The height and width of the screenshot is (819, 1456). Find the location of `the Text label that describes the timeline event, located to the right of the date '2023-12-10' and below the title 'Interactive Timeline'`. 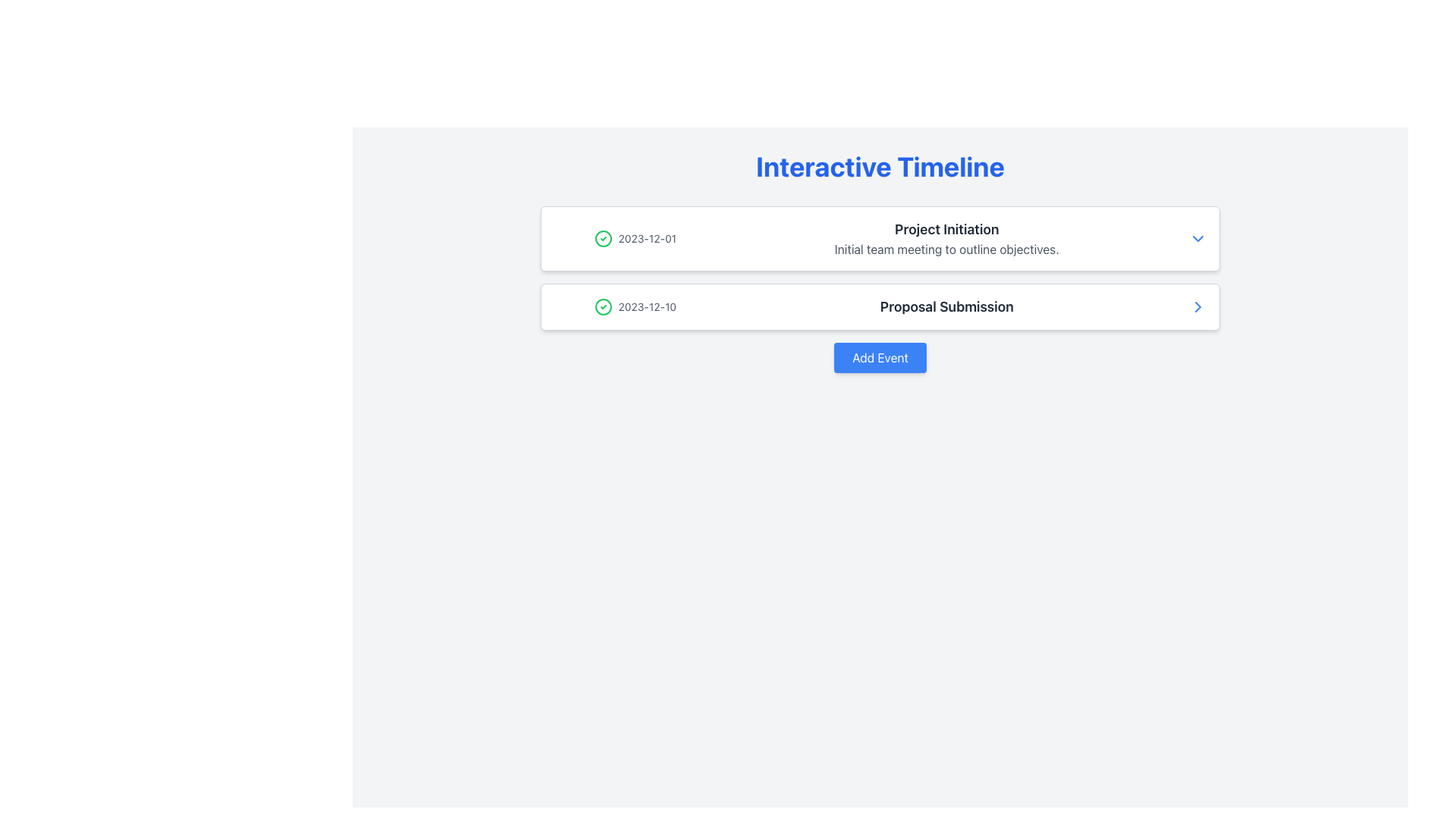

the Text label that describes the timeline event, located to the right of the date '2023-12-10' and below the title 'Interactive Timeline' is located at coordinates (946, 307).